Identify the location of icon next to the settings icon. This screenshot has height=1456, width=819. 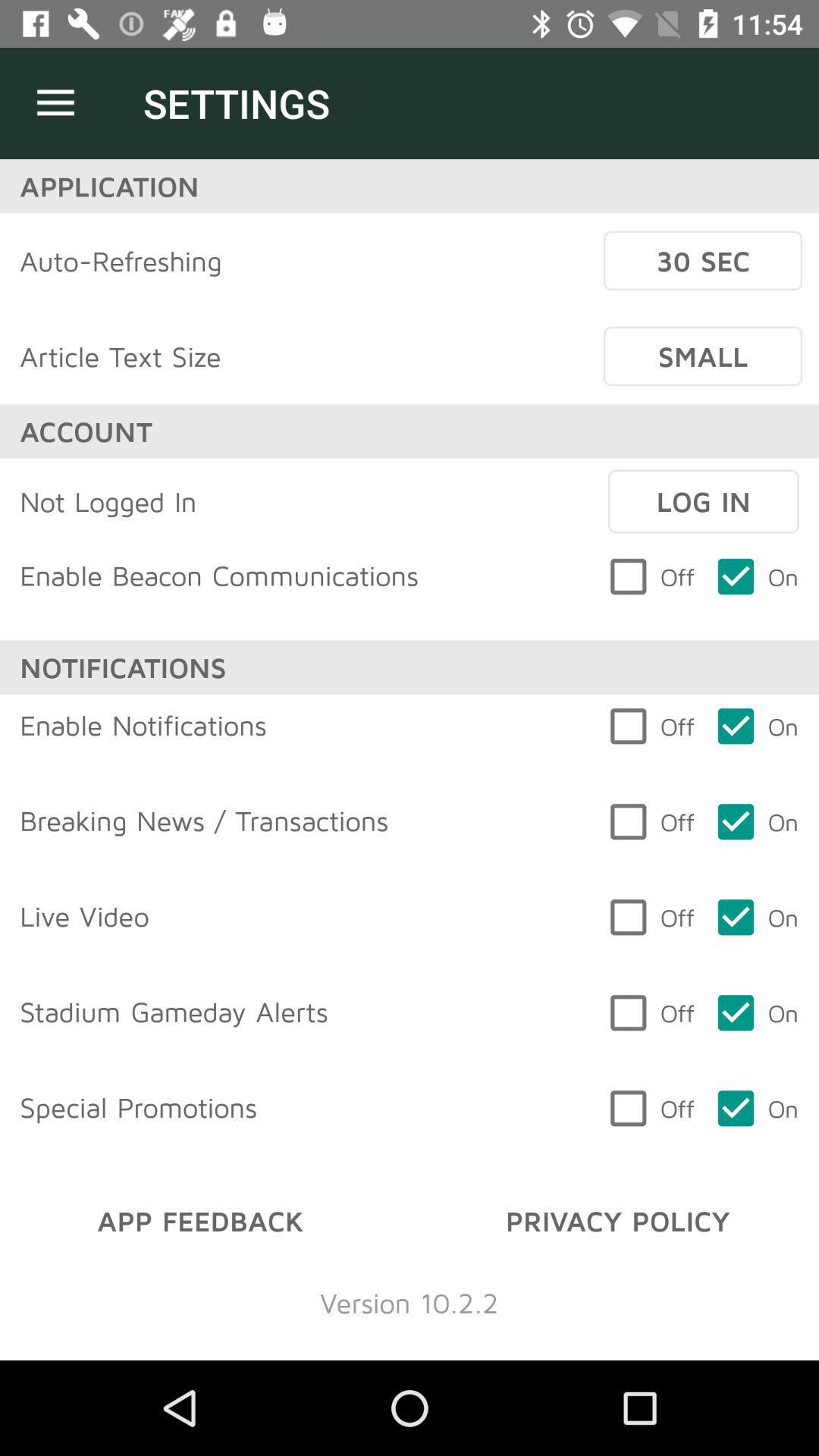
(55, 102).